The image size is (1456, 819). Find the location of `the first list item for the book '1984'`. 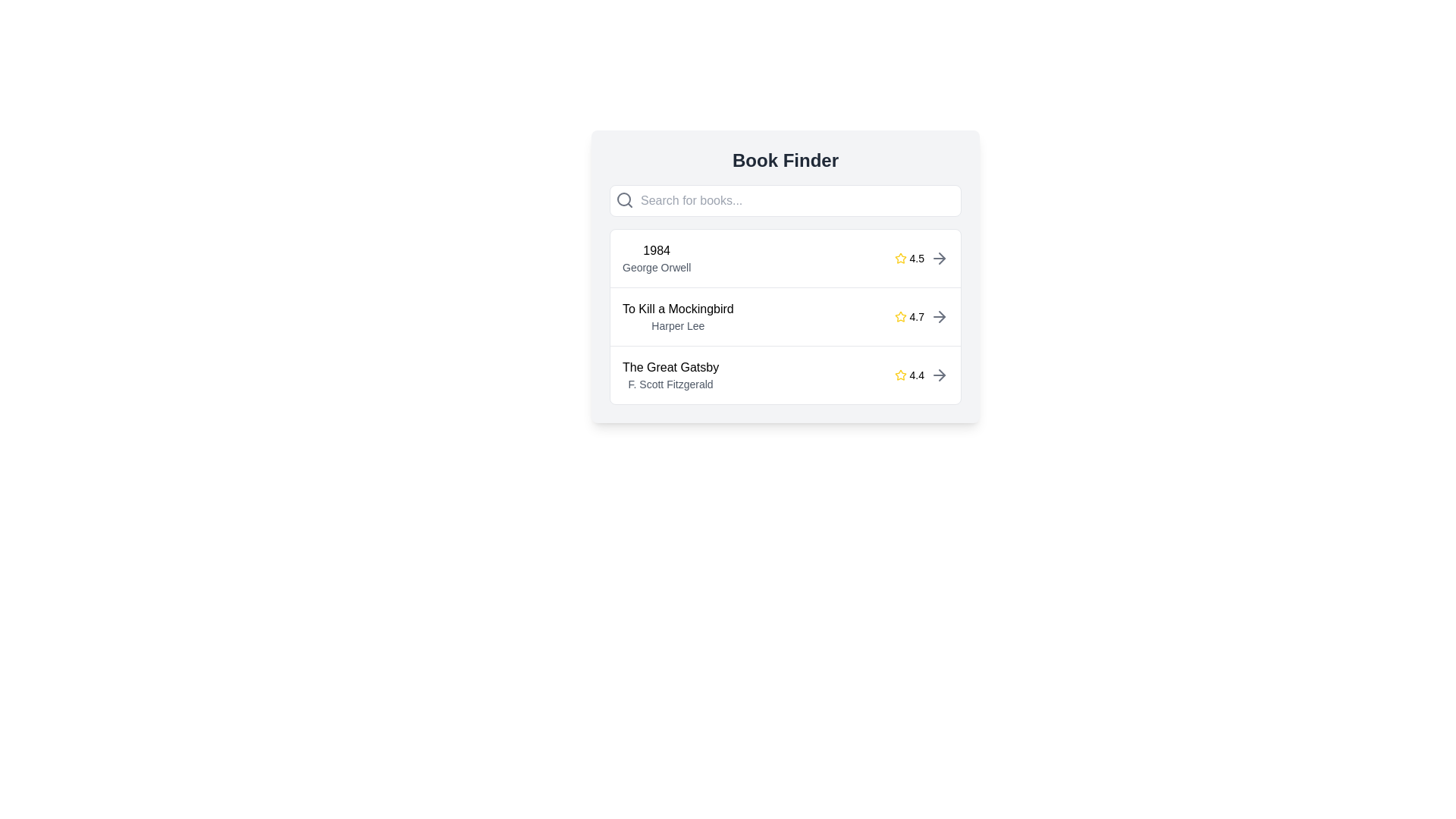

the first list item for the book '1984' is located at coordinates (786, 257).